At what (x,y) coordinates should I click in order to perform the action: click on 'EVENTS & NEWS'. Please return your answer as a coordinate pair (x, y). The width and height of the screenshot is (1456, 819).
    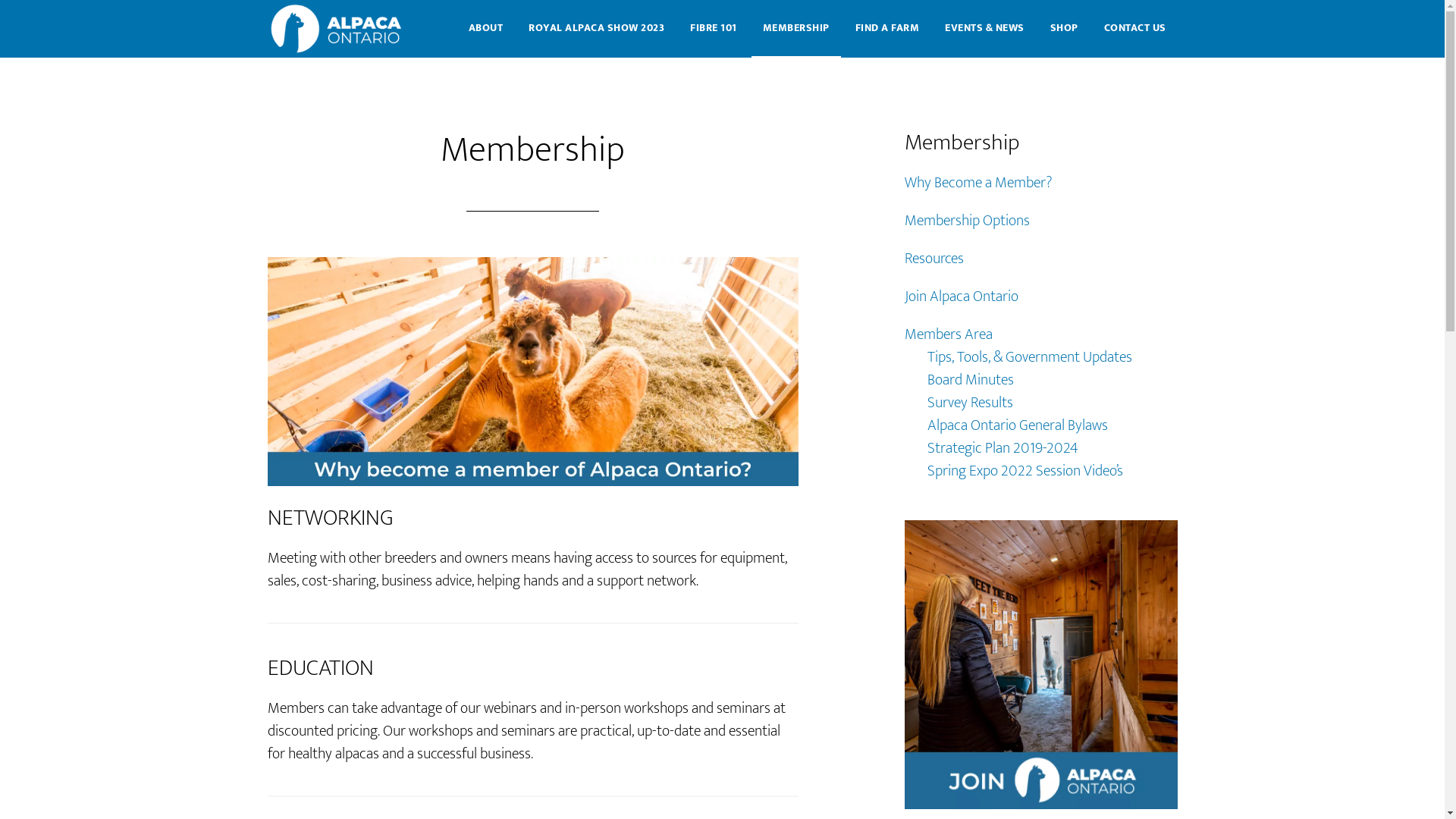
    Looking at the image, I should click on (984, 29).